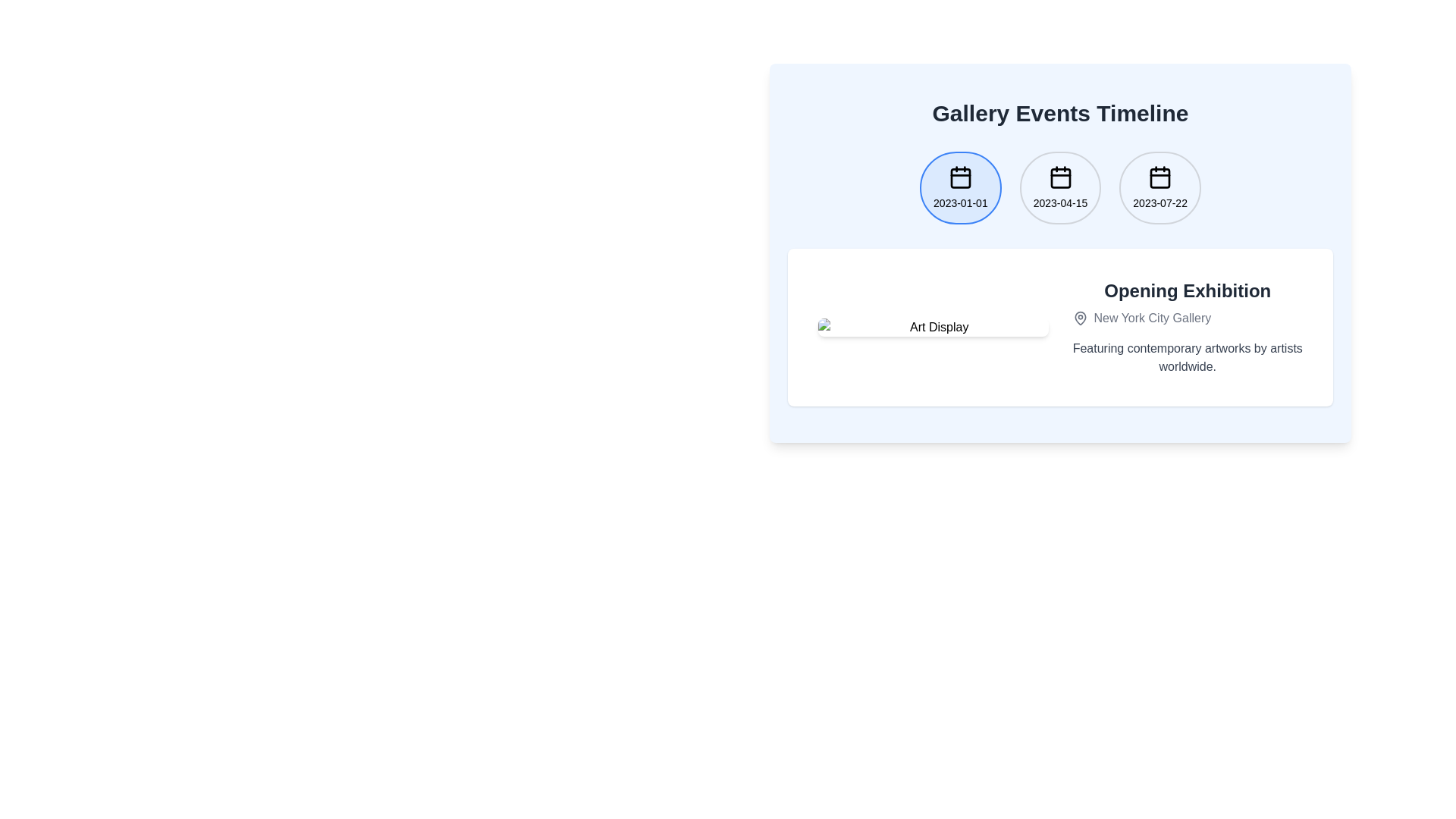 The height and width of the screenshot is (819, 1456). Describe the element at coordinates (1187, 357) in the screenshot. I see `descriptive text content located in the 'Opening Exhibition' section under the subheading 'New York City Gallery', positioned towards the bottom of this section` at that location.